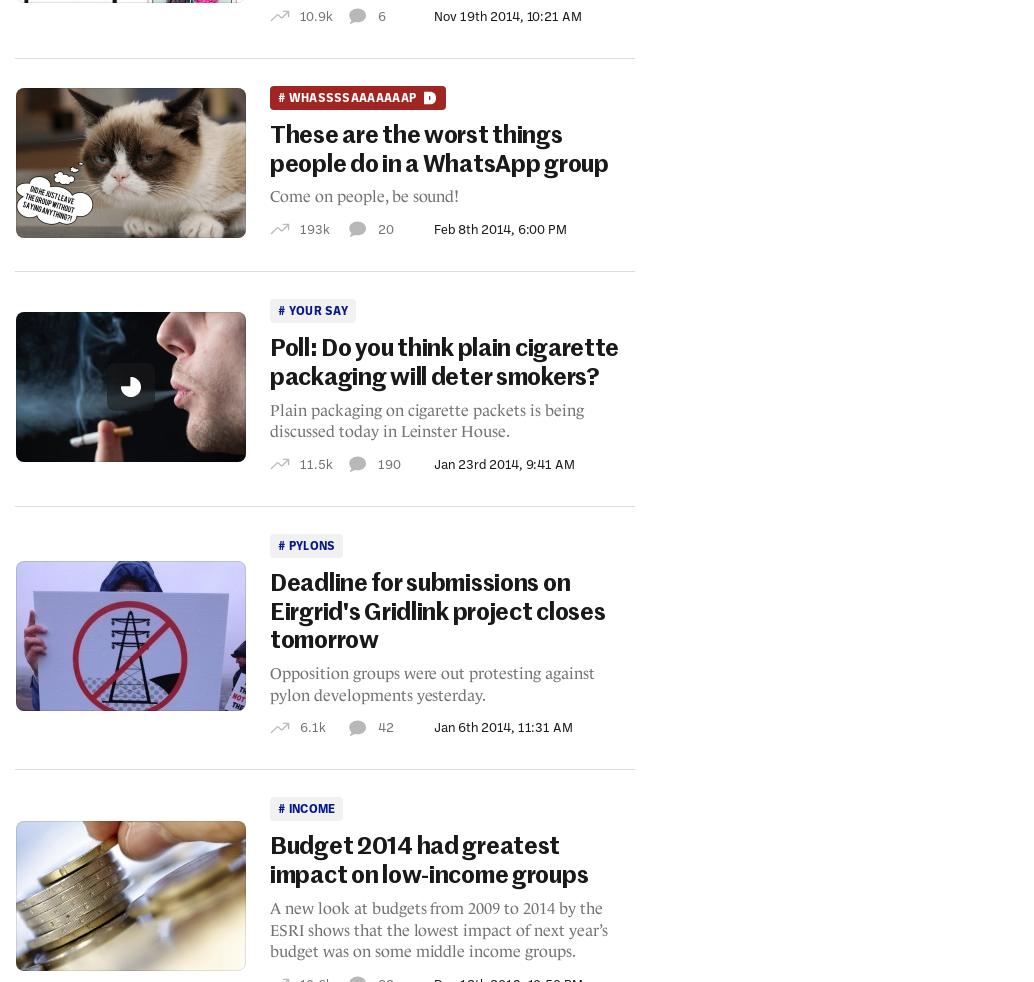  What do you see at coordinates (314, 463) in the screenshot?
I see `'11.5k'` at bounding box center [314, 463].